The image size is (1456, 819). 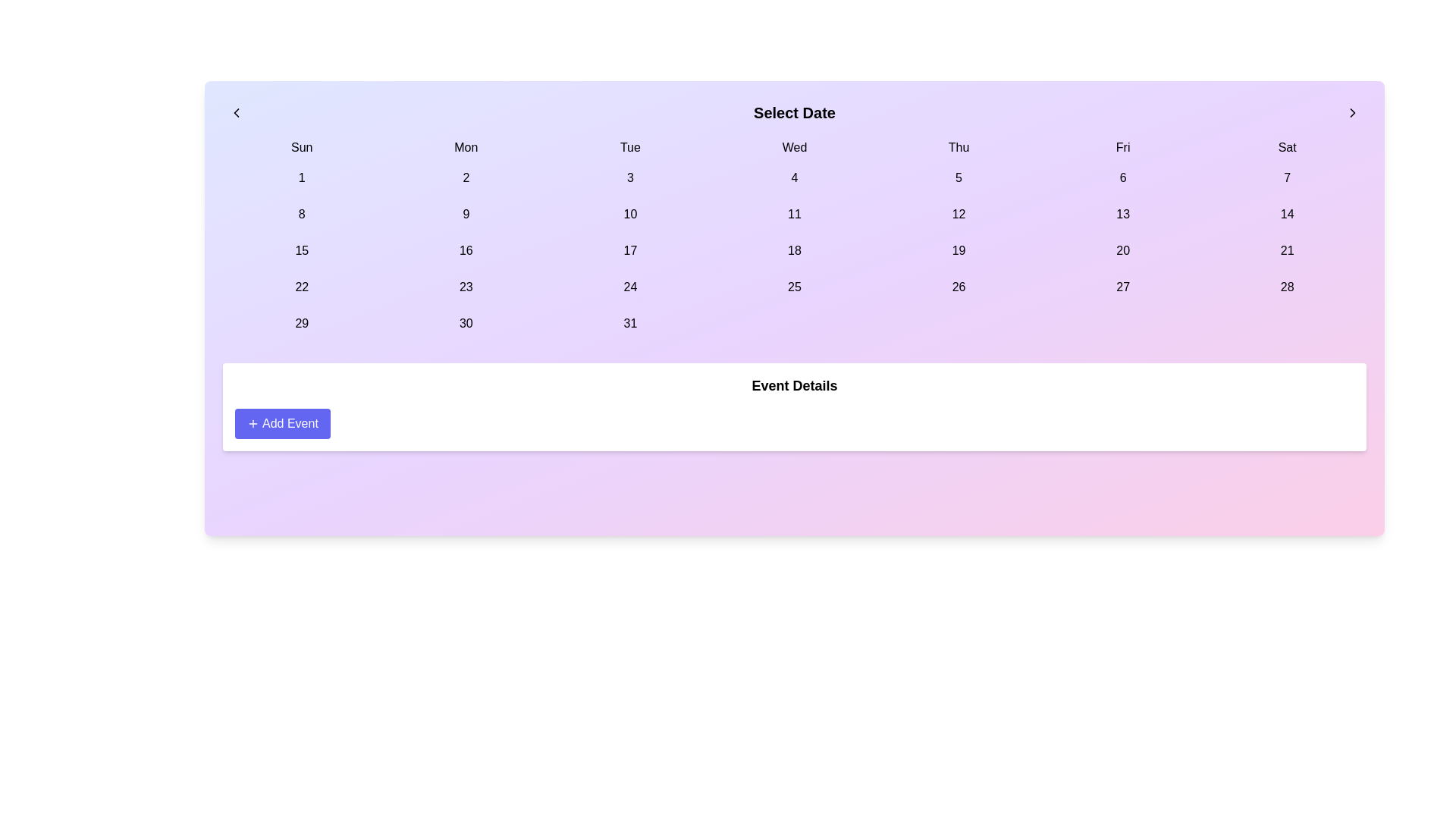 What do you see at coordinates (465, 250) in the screenshot?
I see `the text element displaying the number '16' in the calendar grid, located in the third row and second column under the 'Mon' column heading` at bounding box center [465, 250].